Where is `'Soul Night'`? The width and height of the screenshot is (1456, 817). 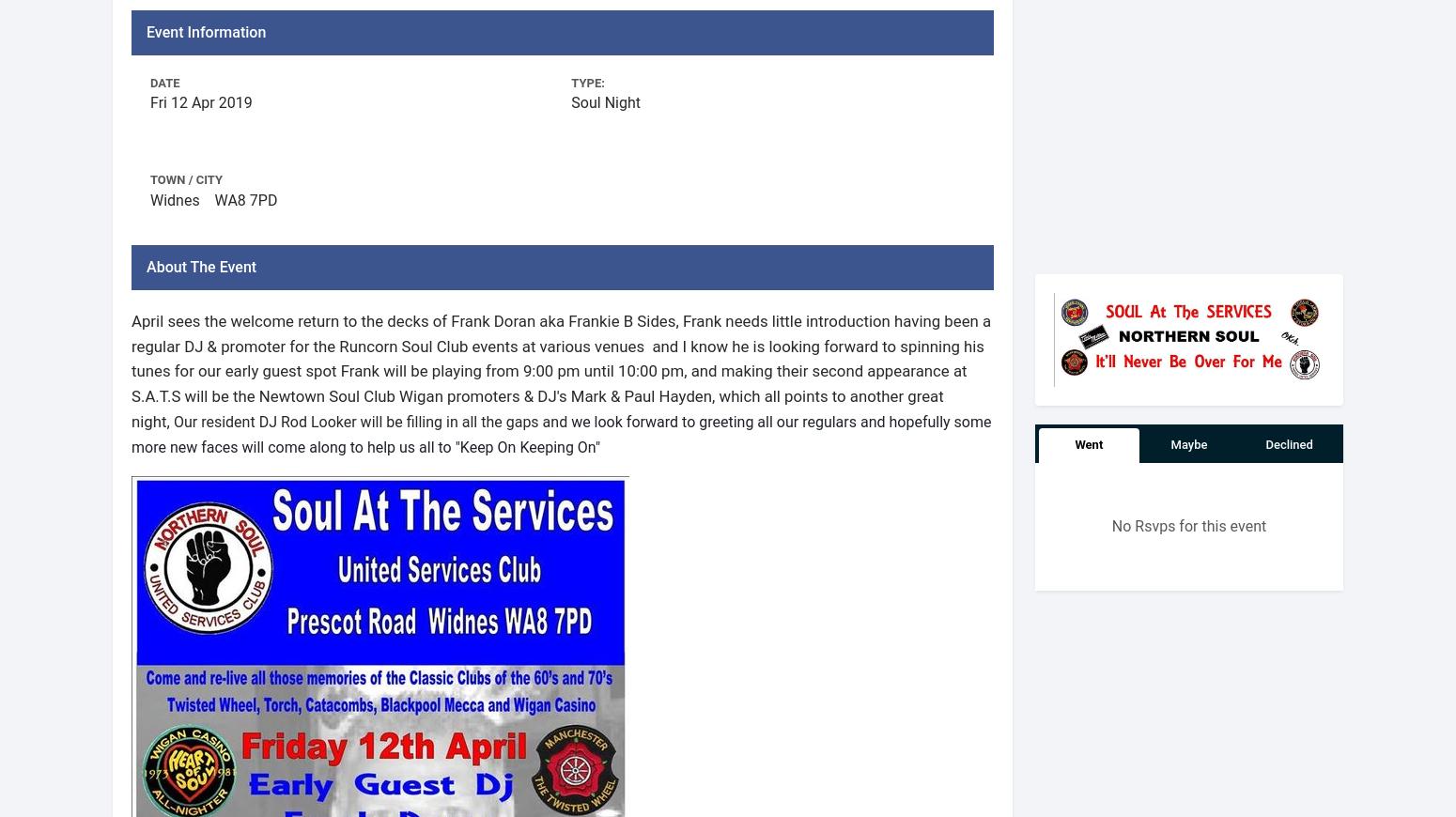 'Soul Night' is located at coordinates (571, 101).